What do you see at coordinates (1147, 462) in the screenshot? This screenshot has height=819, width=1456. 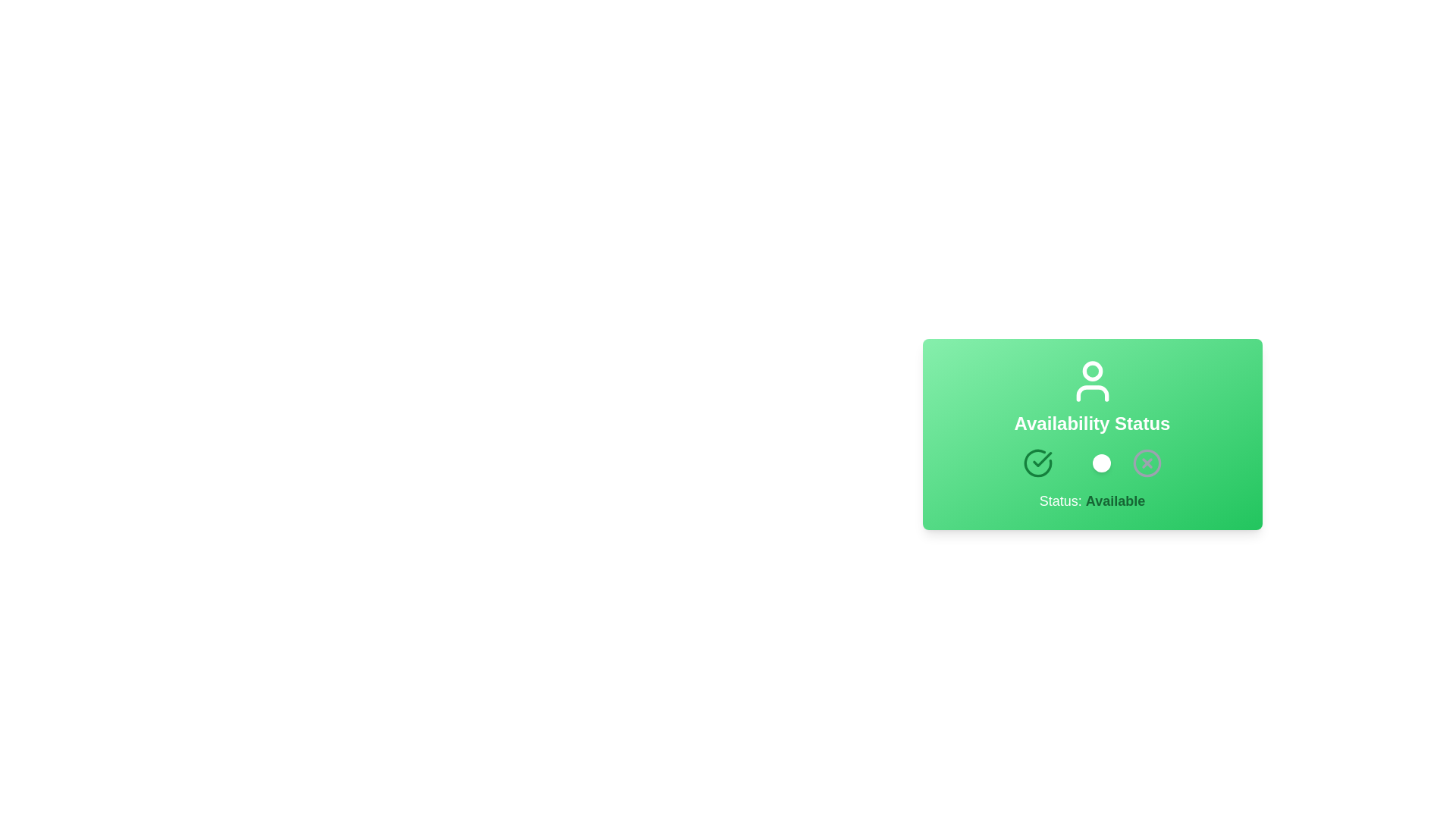 I see `the circular button with a gray border and red 'X' symbol located in the lower-right corner of the green card labeled 'Availability Status'` at bounding box center [1147, 462].